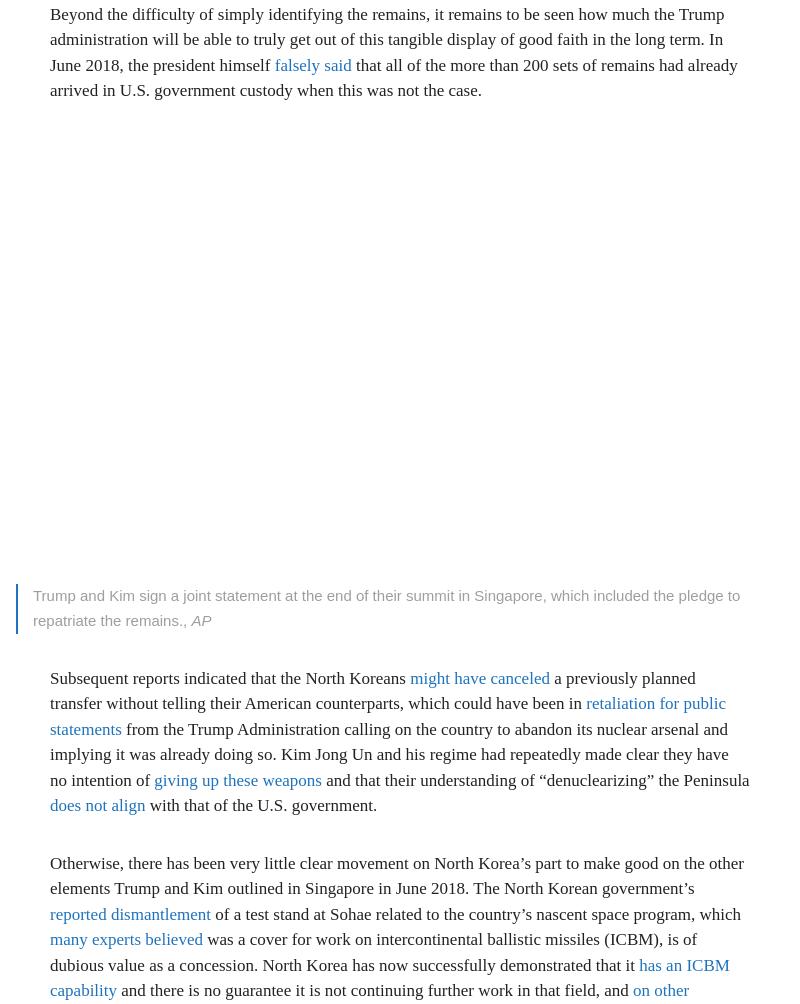 The image size is (800, 1004). Describe the element at coordinates (392, 77) in the screenshot. I see `'that all of the more than 200 sets of remains had already arrived in U.S. government custody when this was not the case.'` at that location.